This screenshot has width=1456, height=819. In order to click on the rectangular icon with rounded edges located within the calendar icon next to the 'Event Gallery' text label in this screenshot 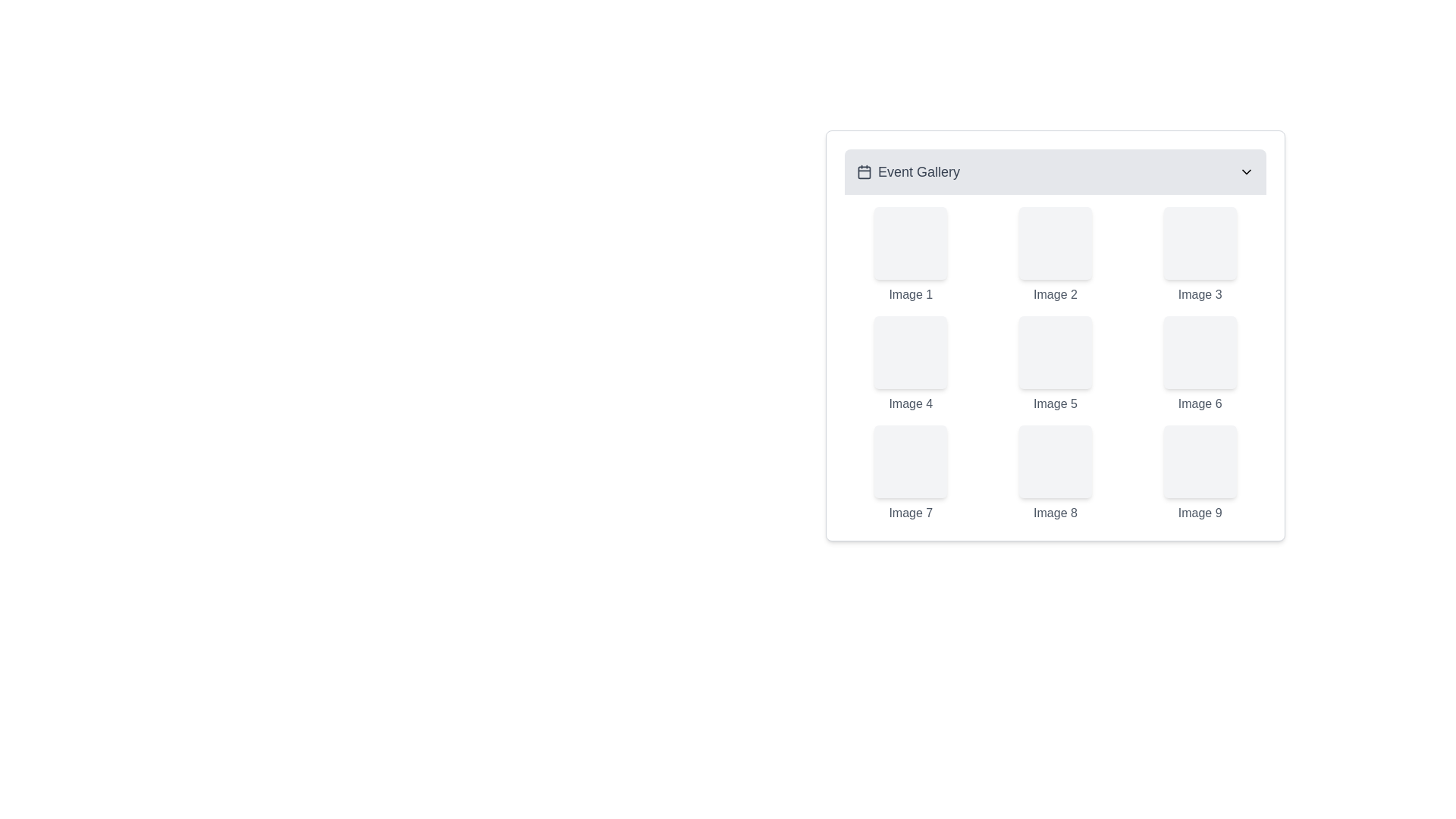, I will do `click(864, 171)`.